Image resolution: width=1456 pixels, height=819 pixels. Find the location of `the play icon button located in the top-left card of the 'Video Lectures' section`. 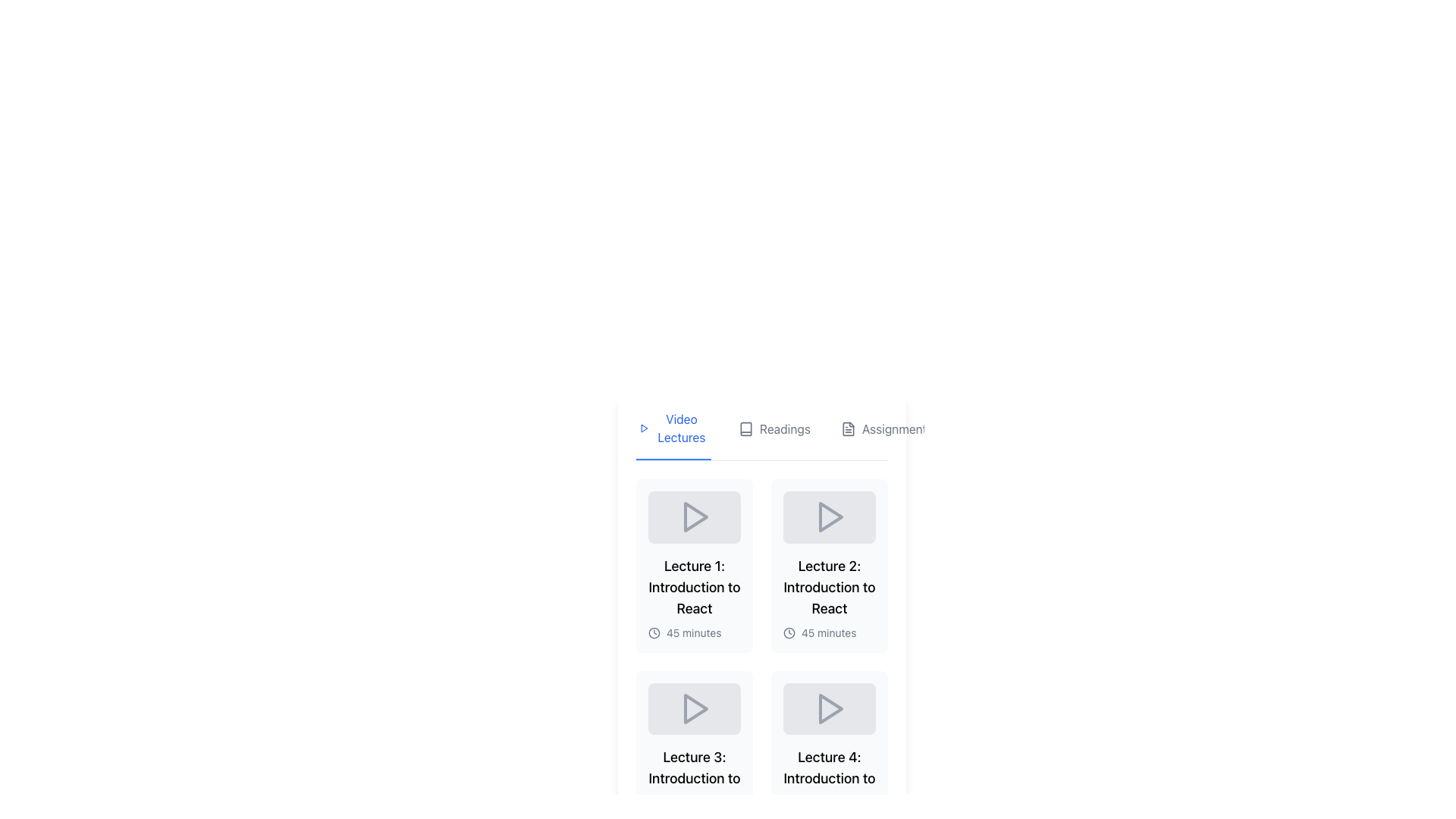

the play icon button located in the top-left card of the 'Video Lectures' section is located at coordinates (694, 516).